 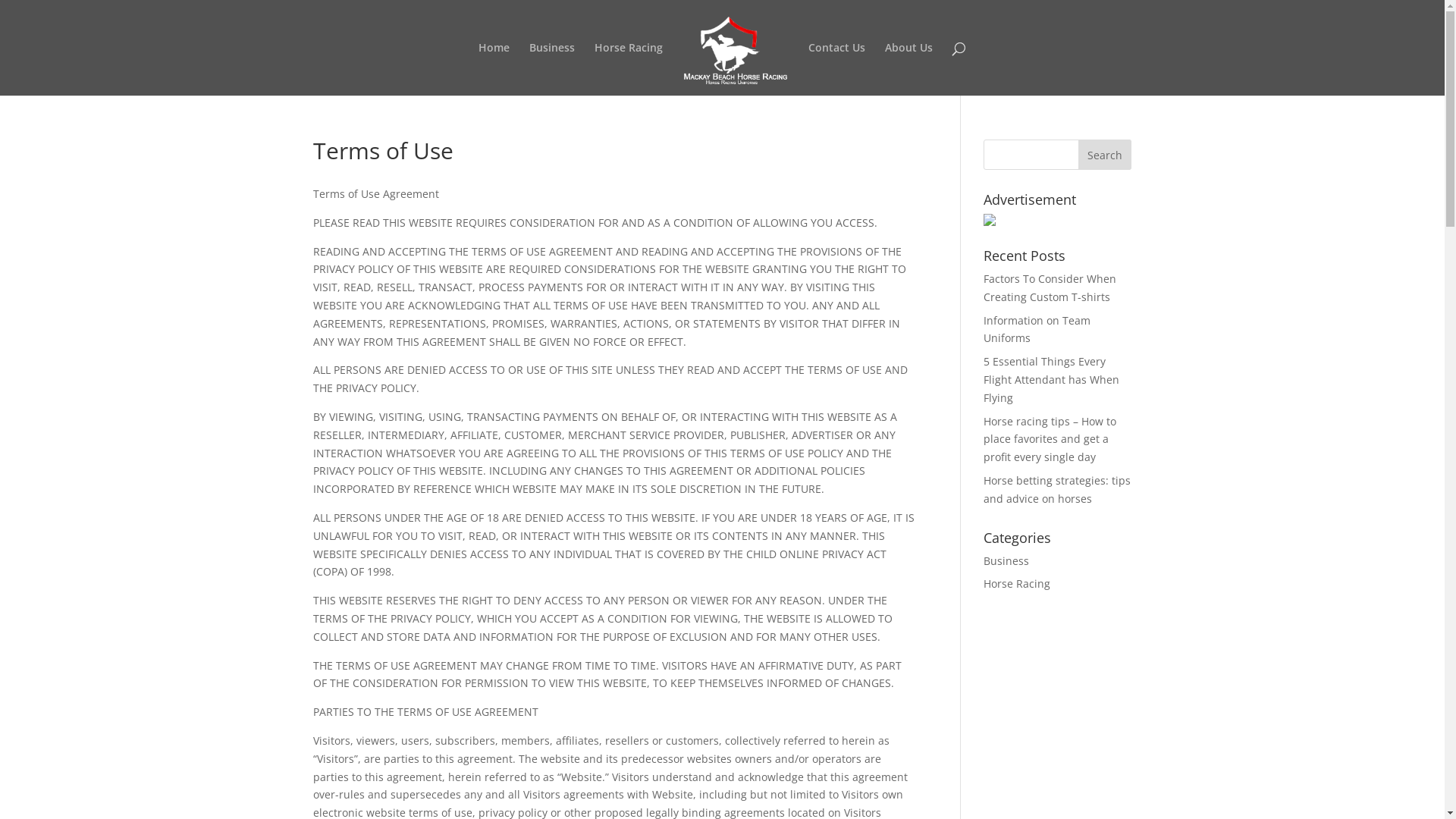 I want to click on 'Home', so click(x=494, y=69).